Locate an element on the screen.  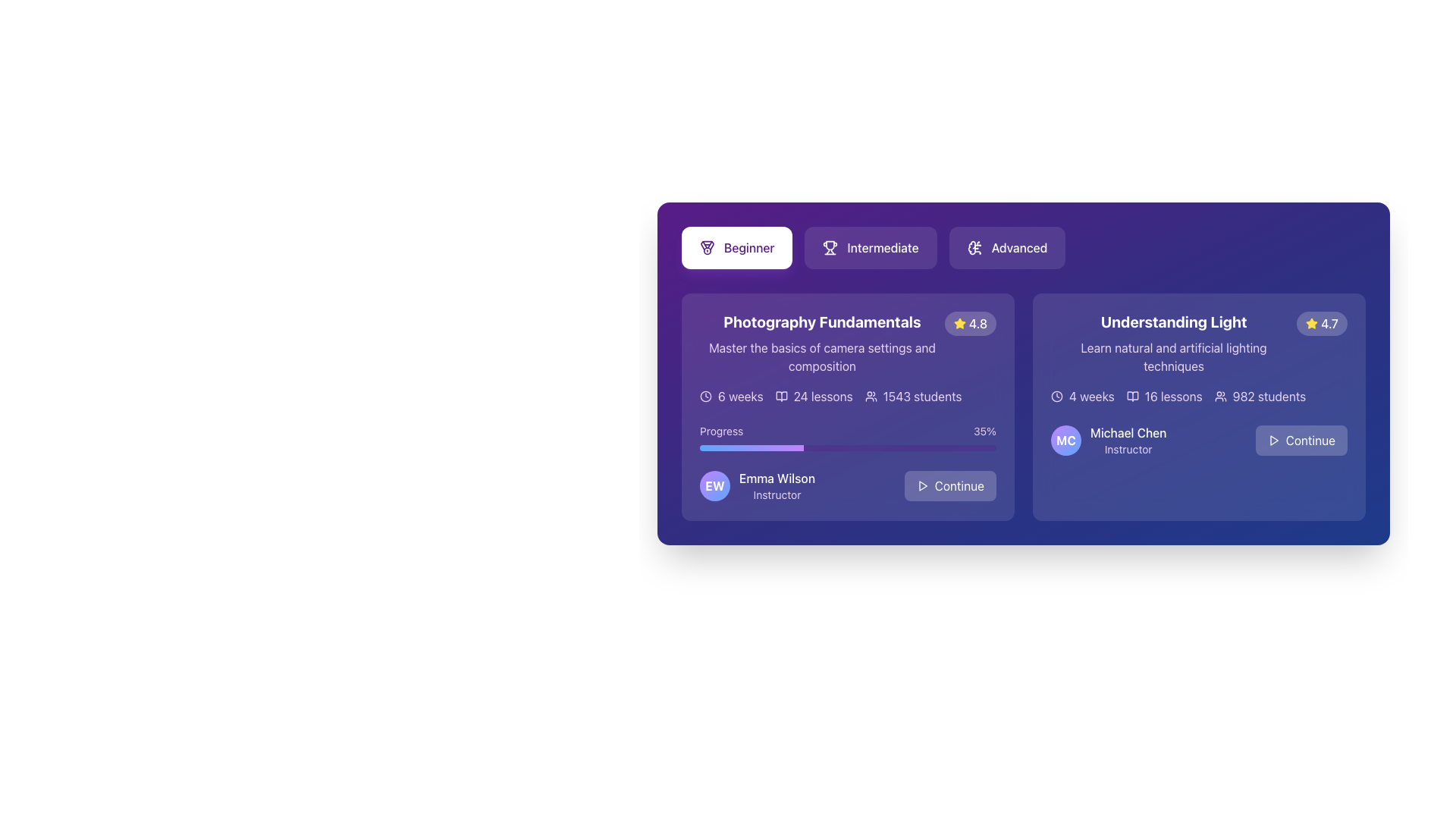
text element representing the number of lessons in the 'Photography Fundamentals' course, which is positioned between the duration and student count is located at coordinates (813, 396).